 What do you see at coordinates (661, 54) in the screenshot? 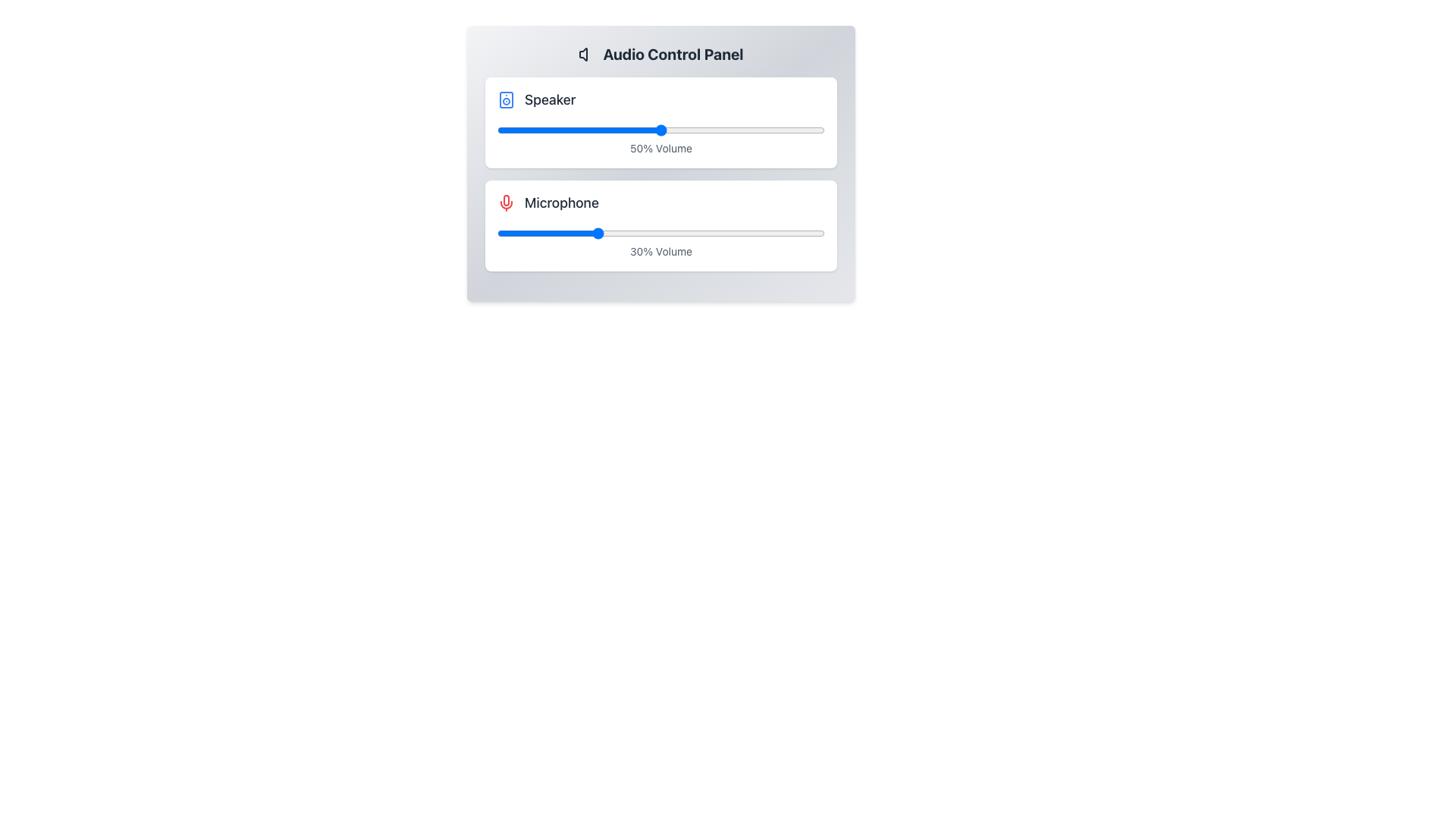
I see `the text label displaying 'Audio Control Panel' which is styled in bold and centered font, located at the top of its light gray header area, aligned with a volume or speaker icon on its left` at bounding box center [661, 54].